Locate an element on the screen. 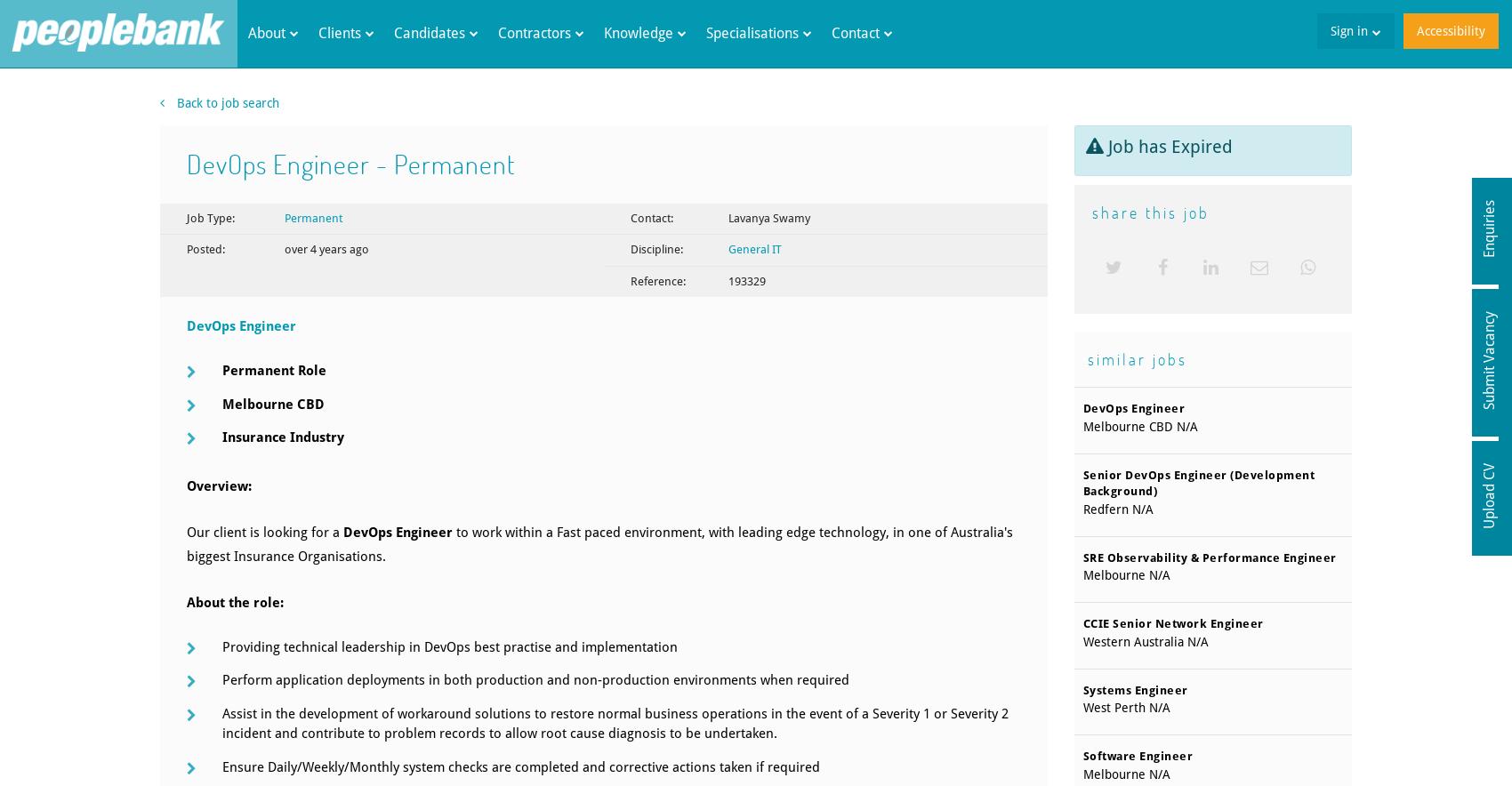  'Permanent Role' is located at coordinates (222, 369).